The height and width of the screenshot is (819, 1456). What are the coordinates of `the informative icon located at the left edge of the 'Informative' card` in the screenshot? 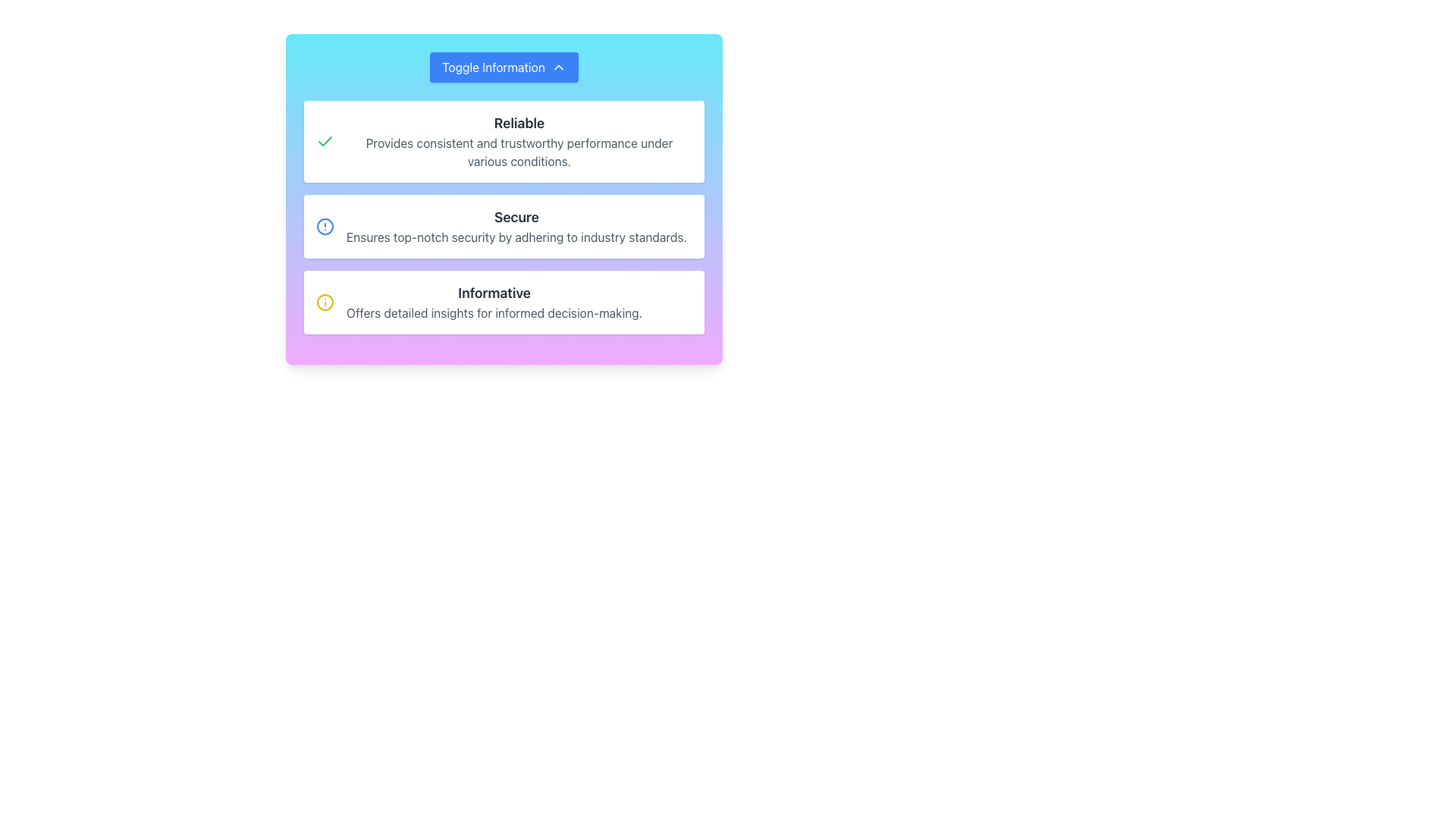 It's located at (324, 302).